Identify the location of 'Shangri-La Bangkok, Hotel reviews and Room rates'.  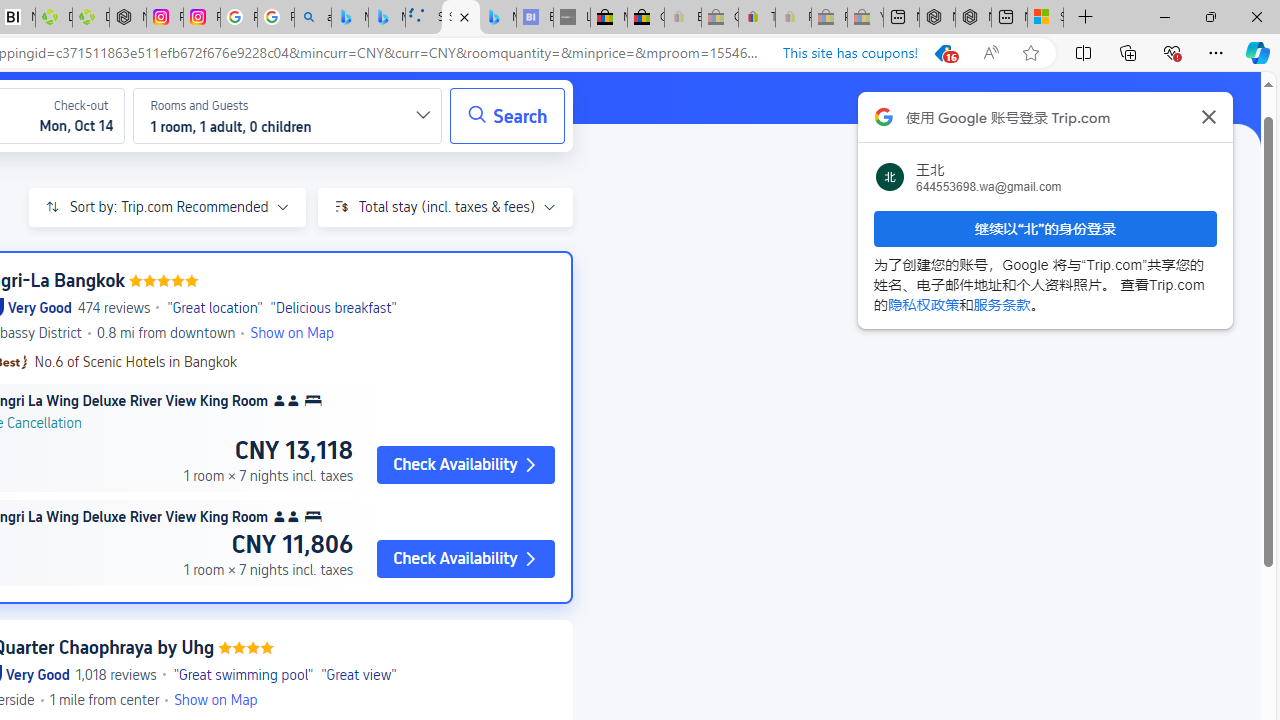
(459, 17).